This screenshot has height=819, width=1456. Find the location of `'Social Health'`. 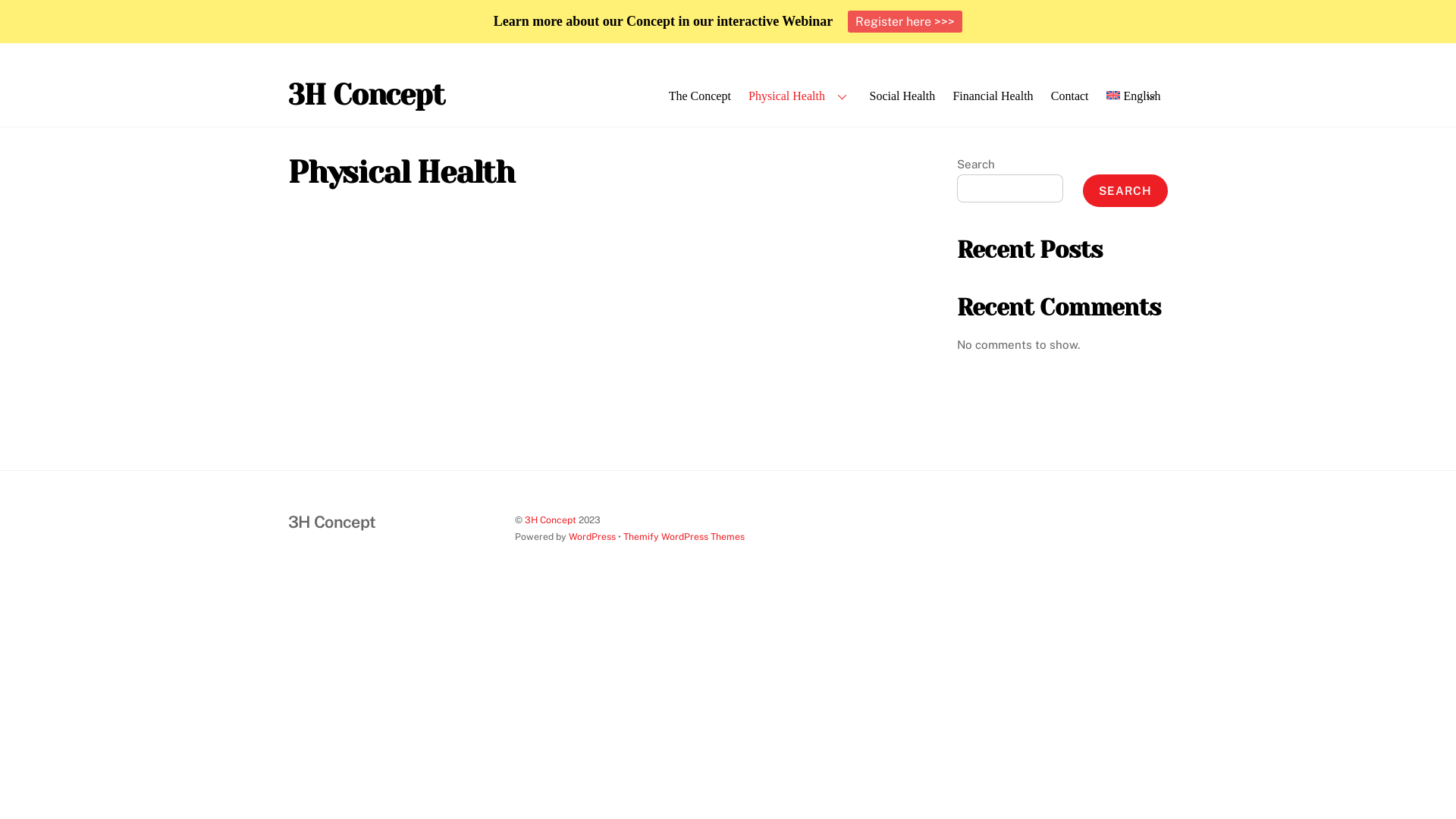

'Social Health' is located at coordinates (862, 96).